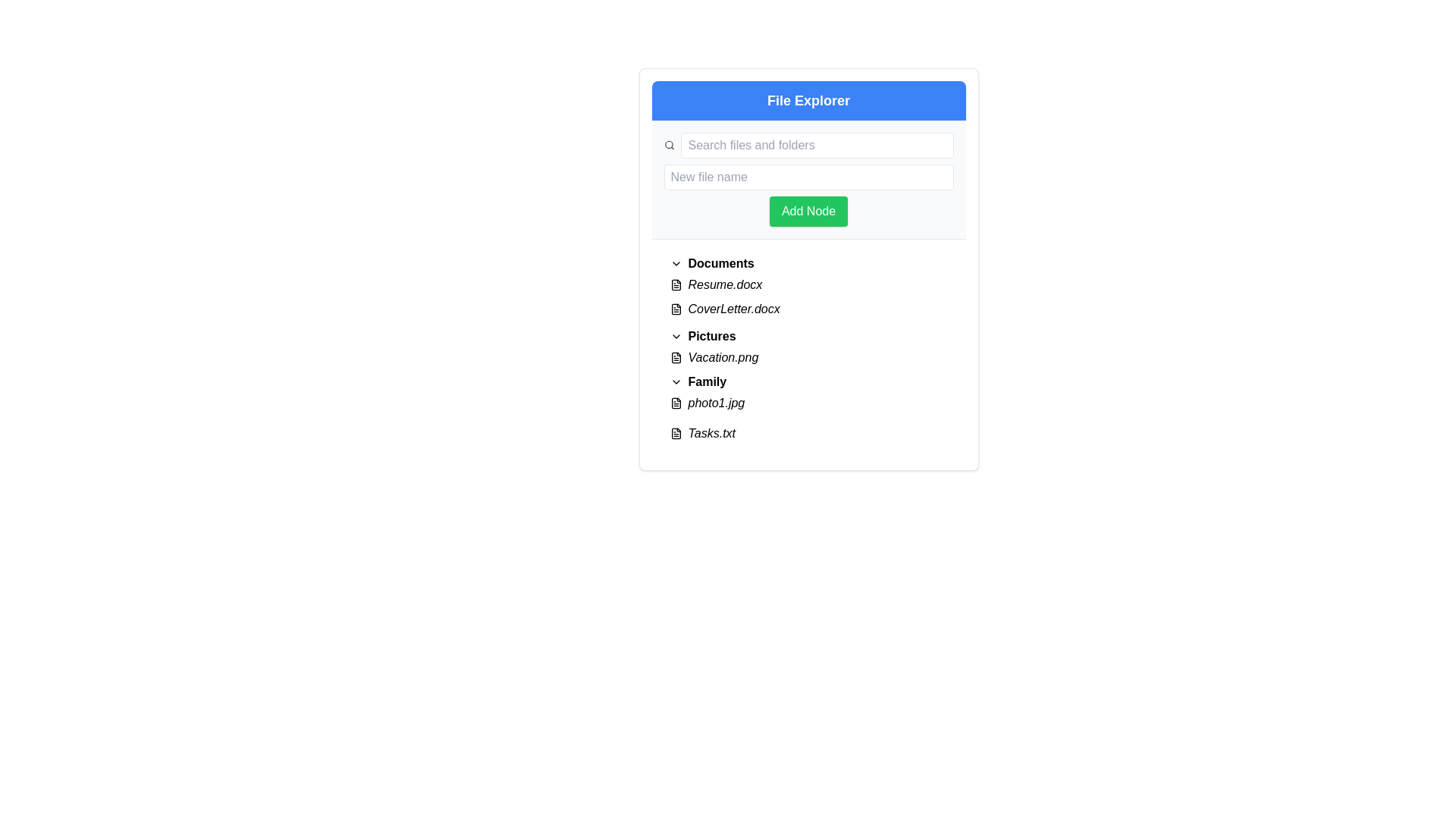 Image resolution: width=1456 pixels, height=819 pixels. I want to click on the text label indicating the folder name 'Pictures' in the file explorer interface, so click(711, 335).